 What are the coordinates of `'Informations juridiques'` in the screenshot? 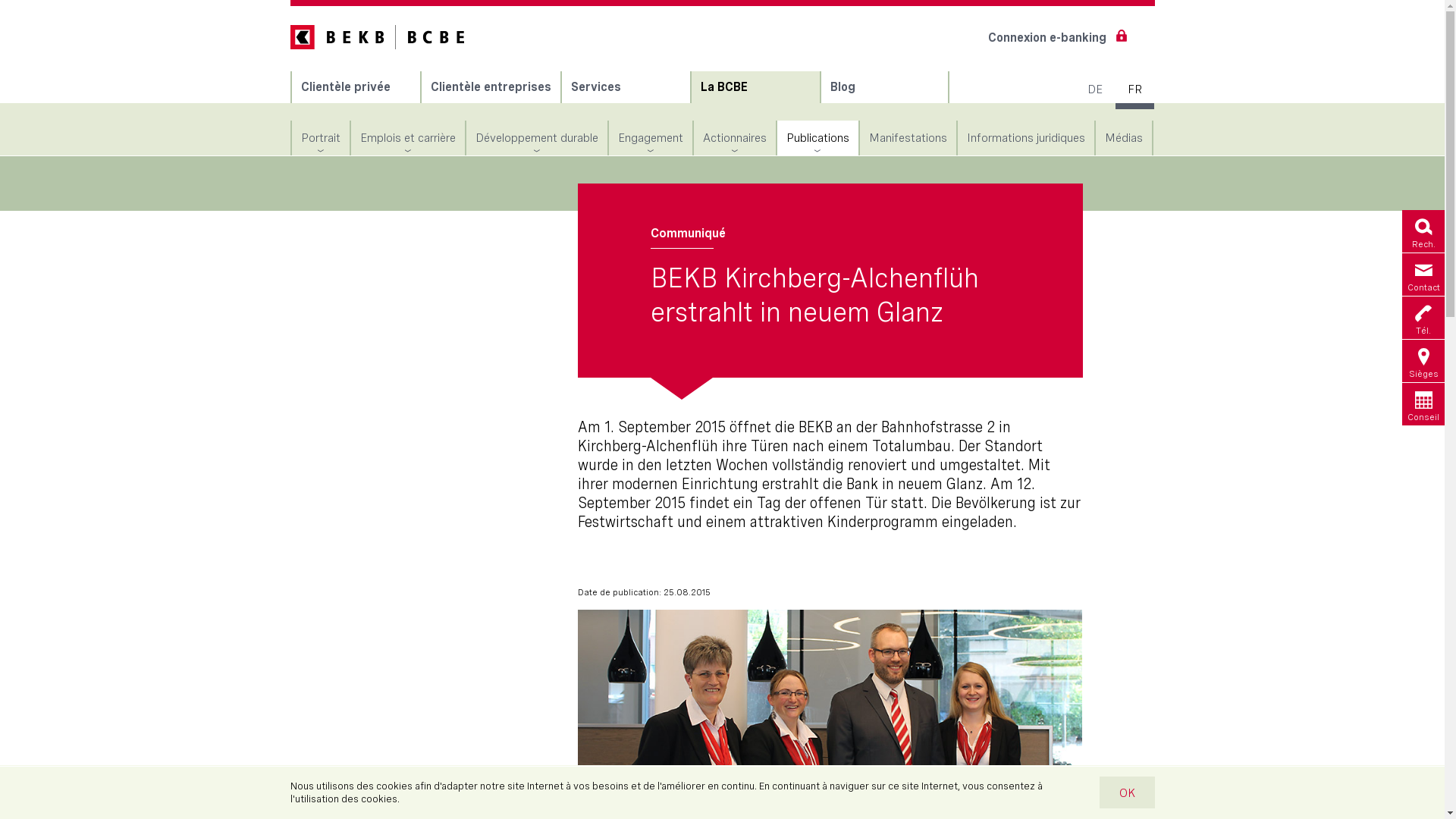 It's located at (1025, 137).